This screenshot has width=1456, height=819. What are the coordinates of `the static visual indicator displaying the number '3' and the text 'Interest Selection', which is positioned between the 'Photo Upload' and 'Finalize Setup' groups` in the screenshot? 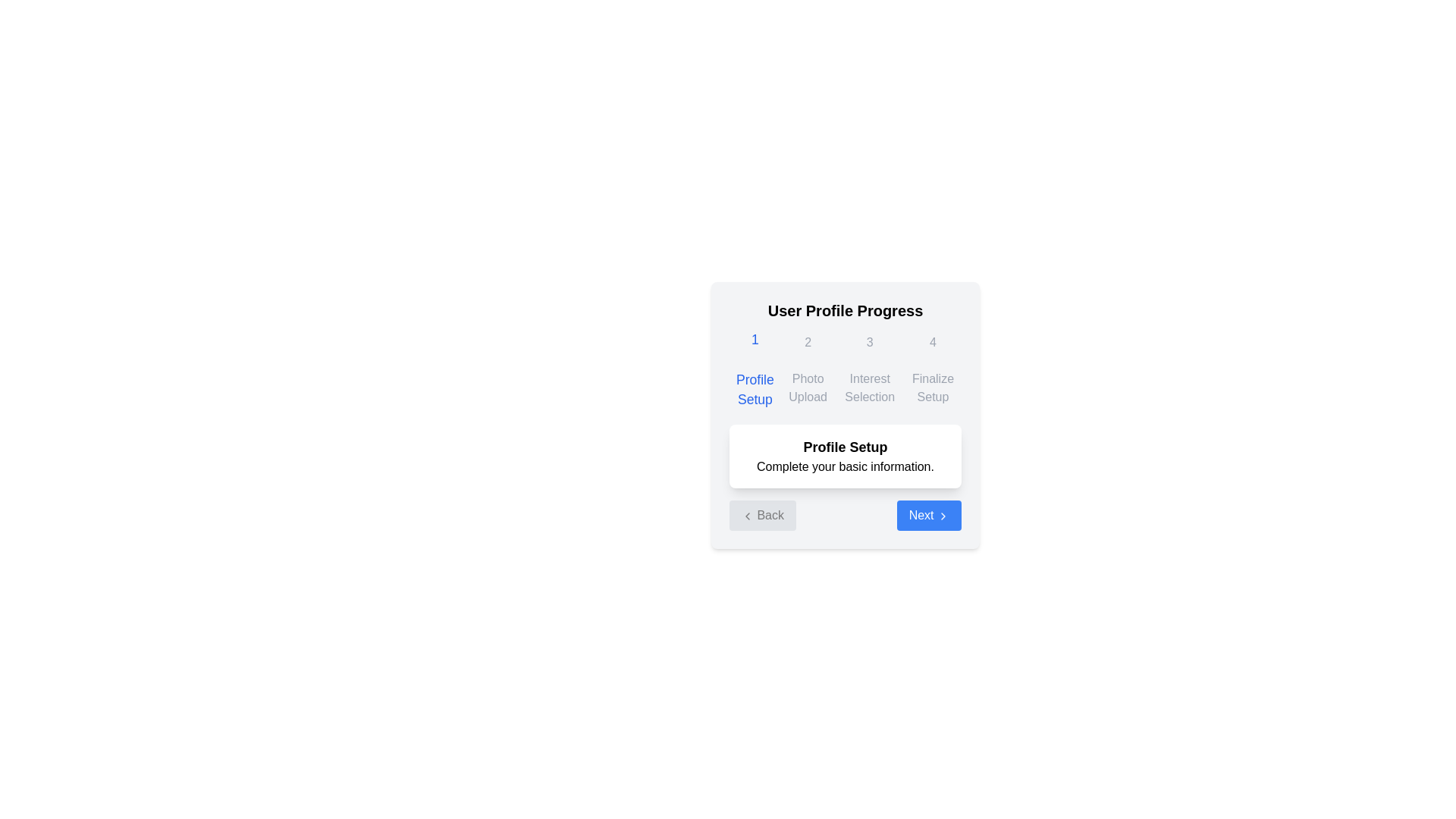 It's located at (870, 370).